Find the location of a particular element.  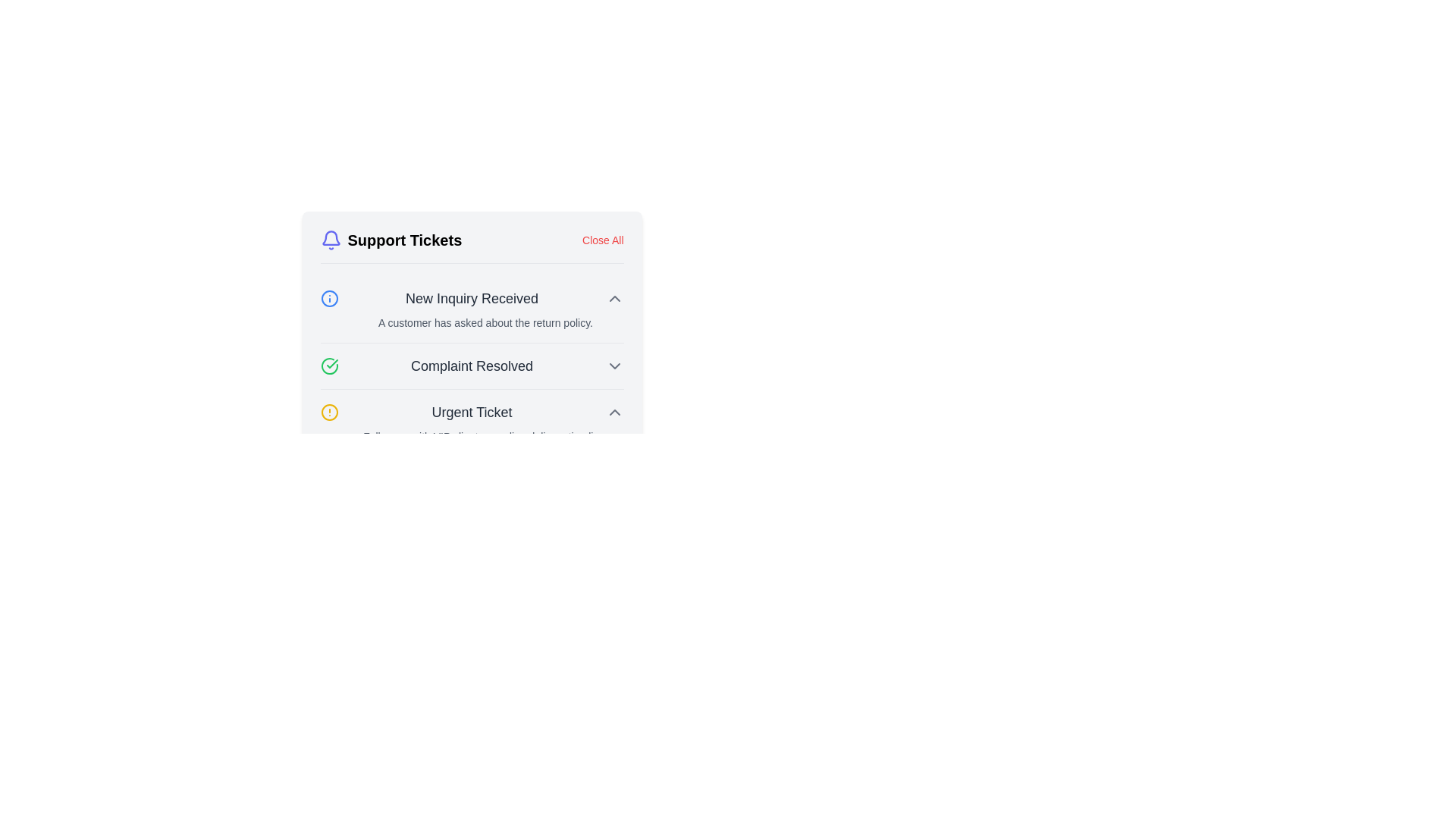

the 'Complaint Resolved' notification item in the list is located at coordinates (471, 366).